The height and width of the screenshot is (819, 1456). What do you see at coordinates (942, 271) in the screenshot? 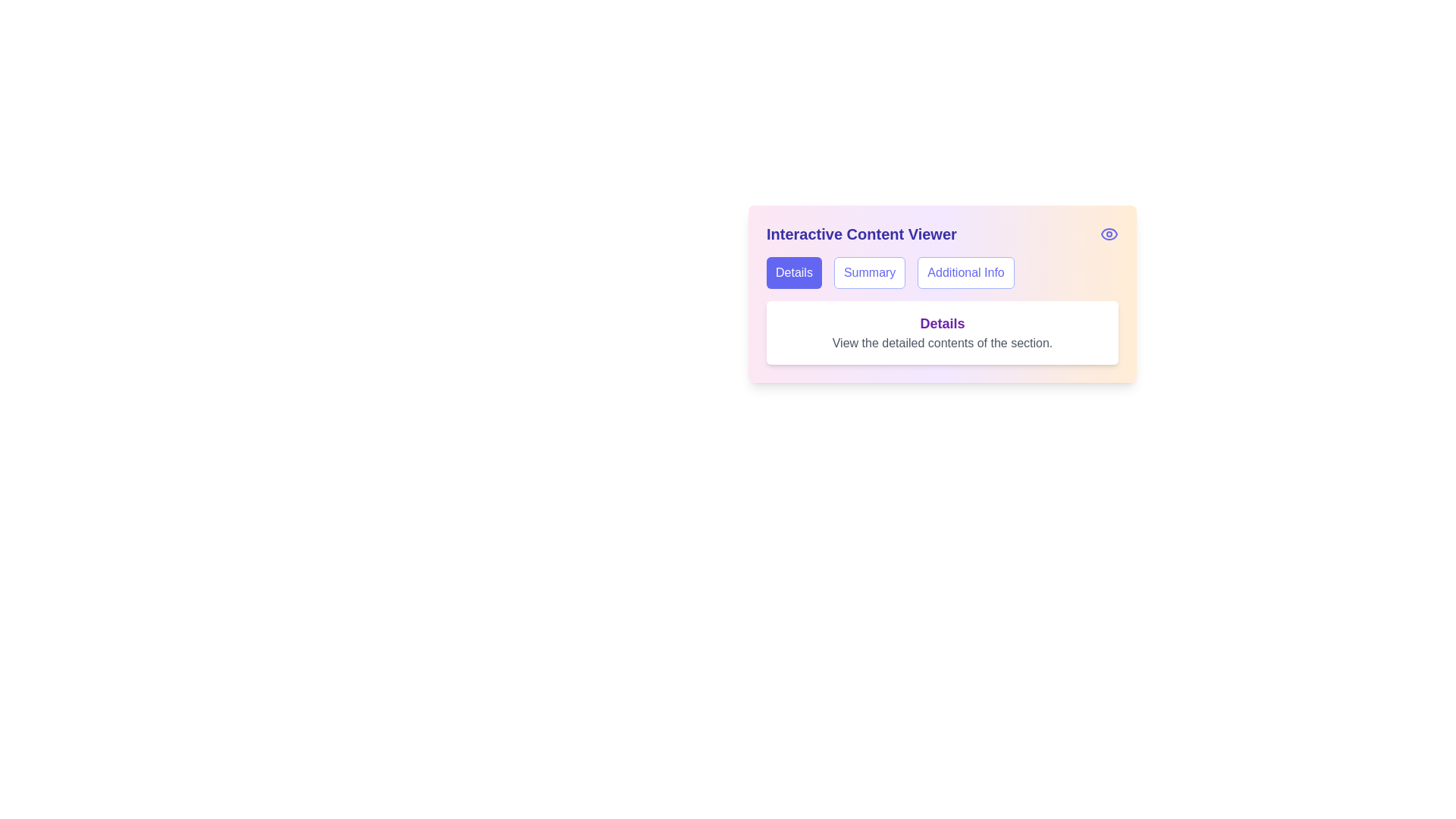
I see `the 'Details', 'Summary', and 'Additional Info' buttons in the Grouped buttons section of the 'Interactive Content Viewer'` at bounding box center [942, 271].